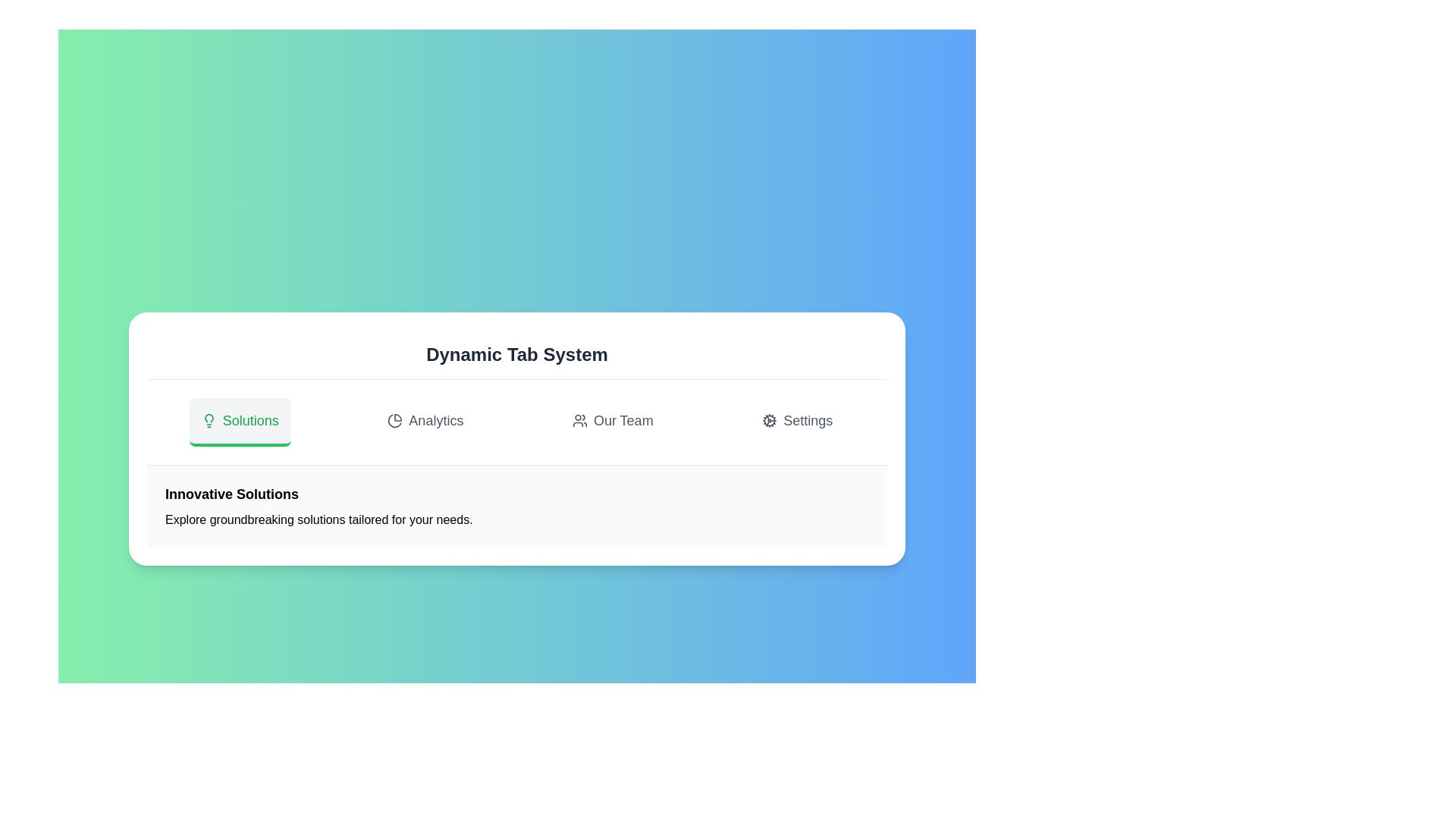  I want to click on the 'Our Team' tab which is the third tab from the left in the top navigation group, represented by an icon that enhances the text label, so click(579, 421).